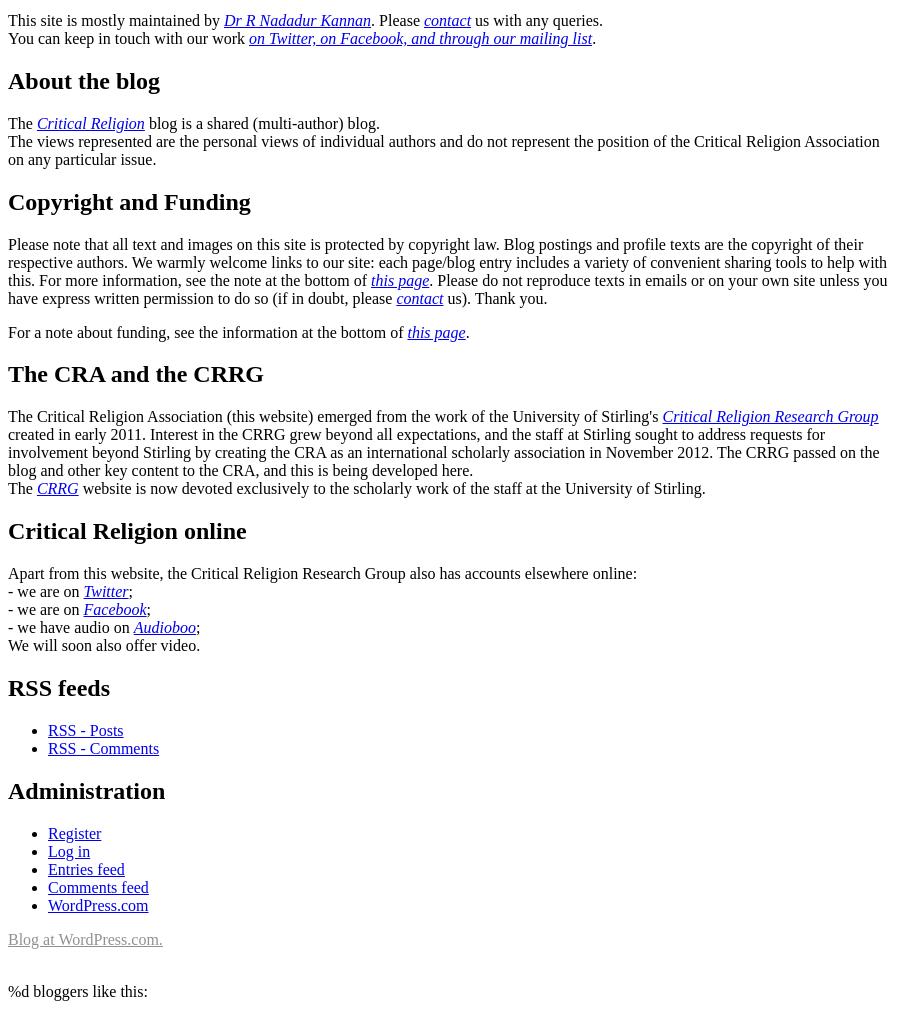 The height and width of the screenshot is (1014, 900). What do you see at coordinates (396, 18) in the screenshot?
I see `'.  Please'` at bounding box center [396, 18].